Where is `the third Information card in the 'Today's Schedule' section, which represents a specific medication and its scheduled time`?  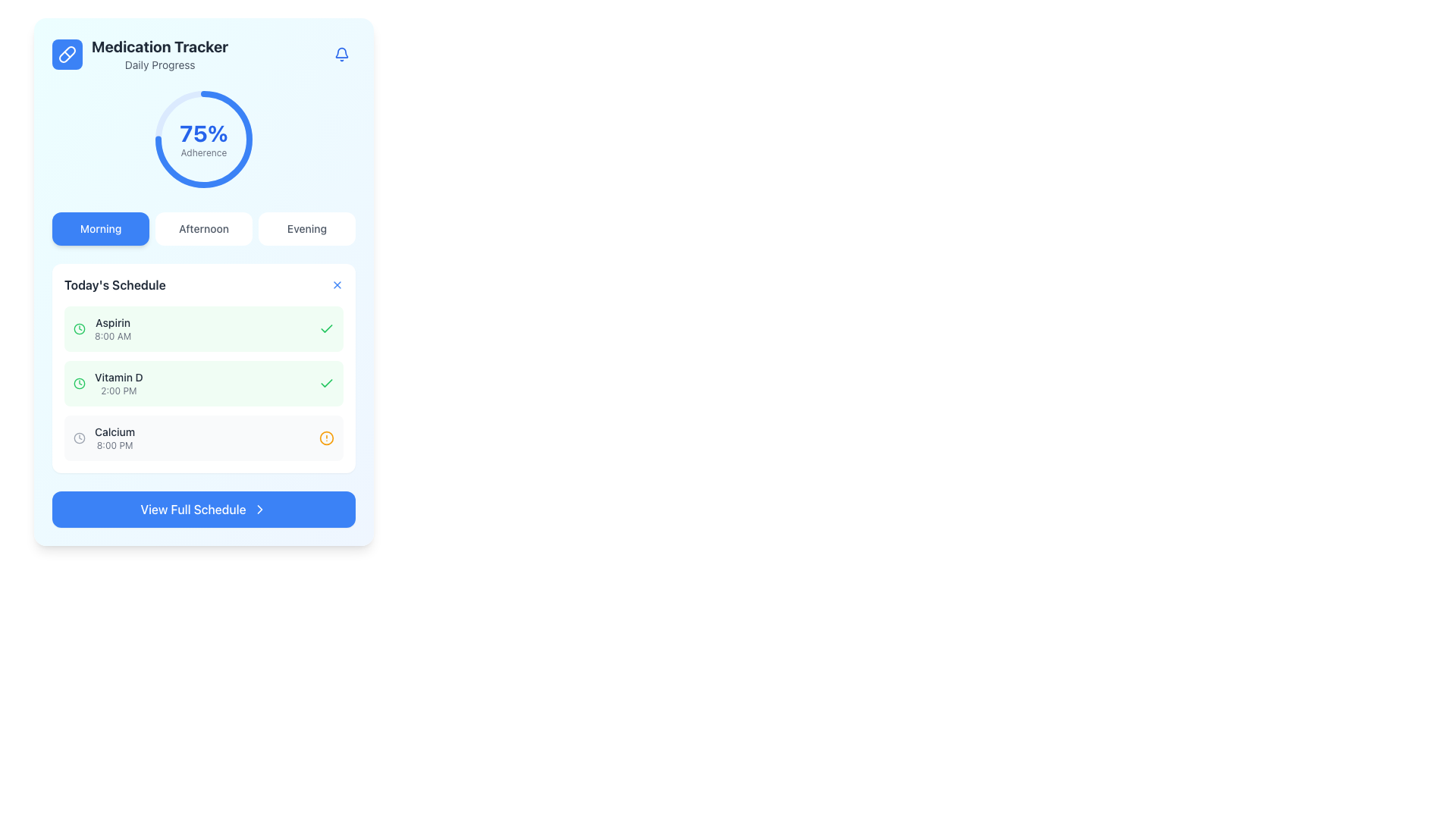
the third Information card in the 'Today's Schedule' section, which represents a specific medication and its scheduled time is located at coordinates (202, 438).